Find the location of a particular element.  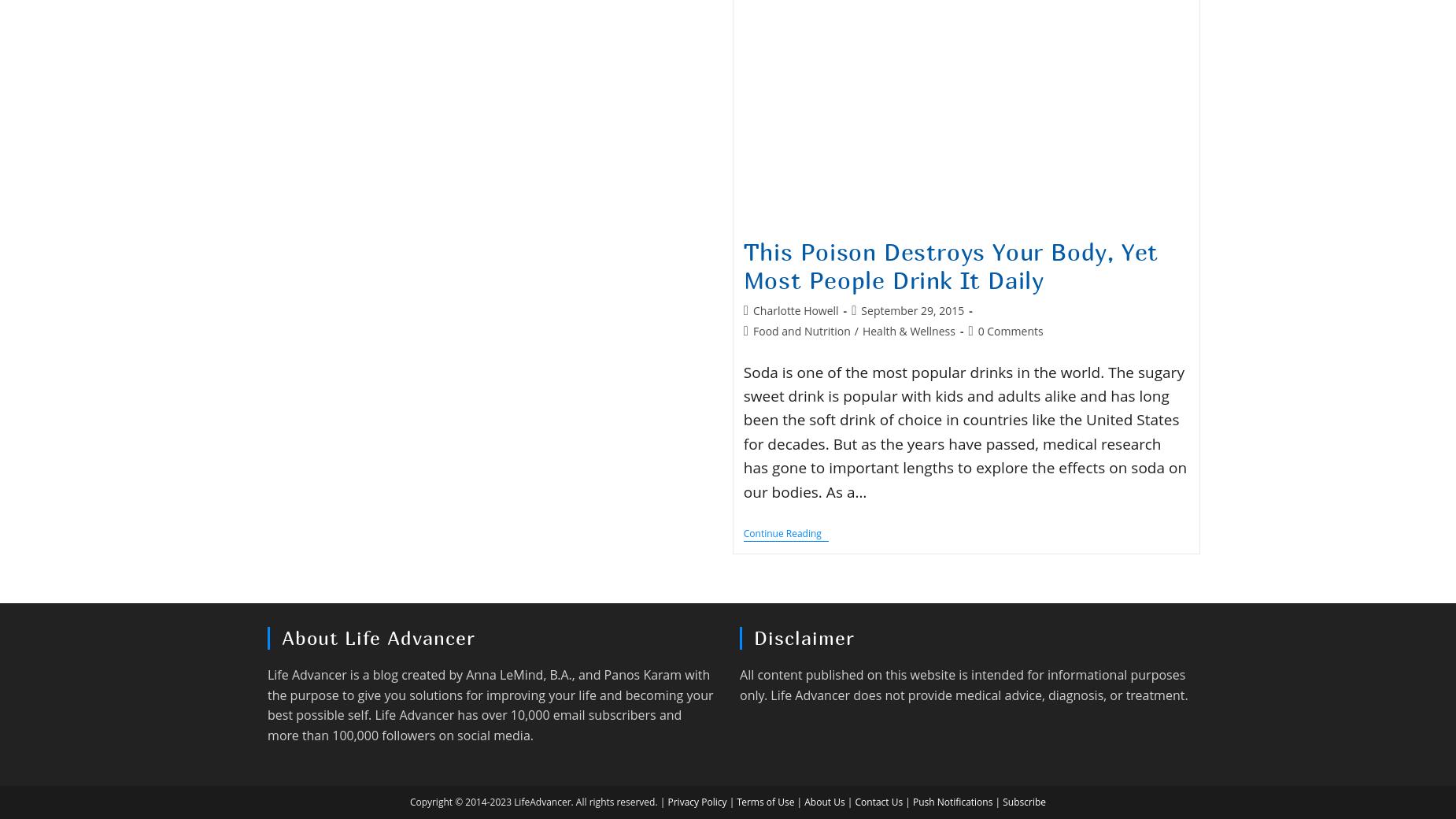

'This Poison Destroys Your Body, Yet Most People Drink It Daily' is located at coordinates (949, 264).